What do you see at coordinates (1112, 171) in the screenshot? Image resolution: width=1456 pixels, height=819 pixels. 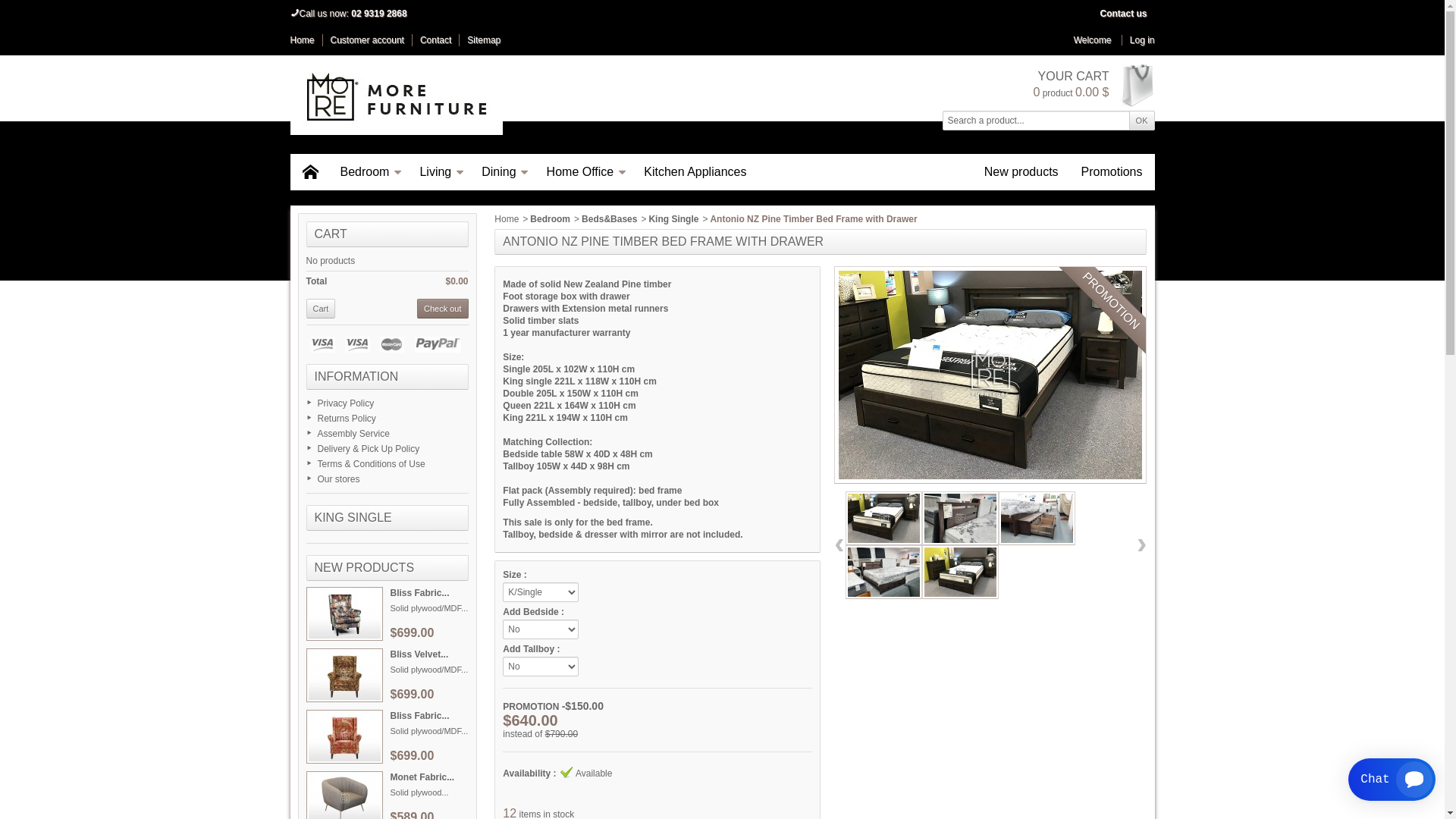 I see `'Promotions'` at bounding box center [1112, 171].